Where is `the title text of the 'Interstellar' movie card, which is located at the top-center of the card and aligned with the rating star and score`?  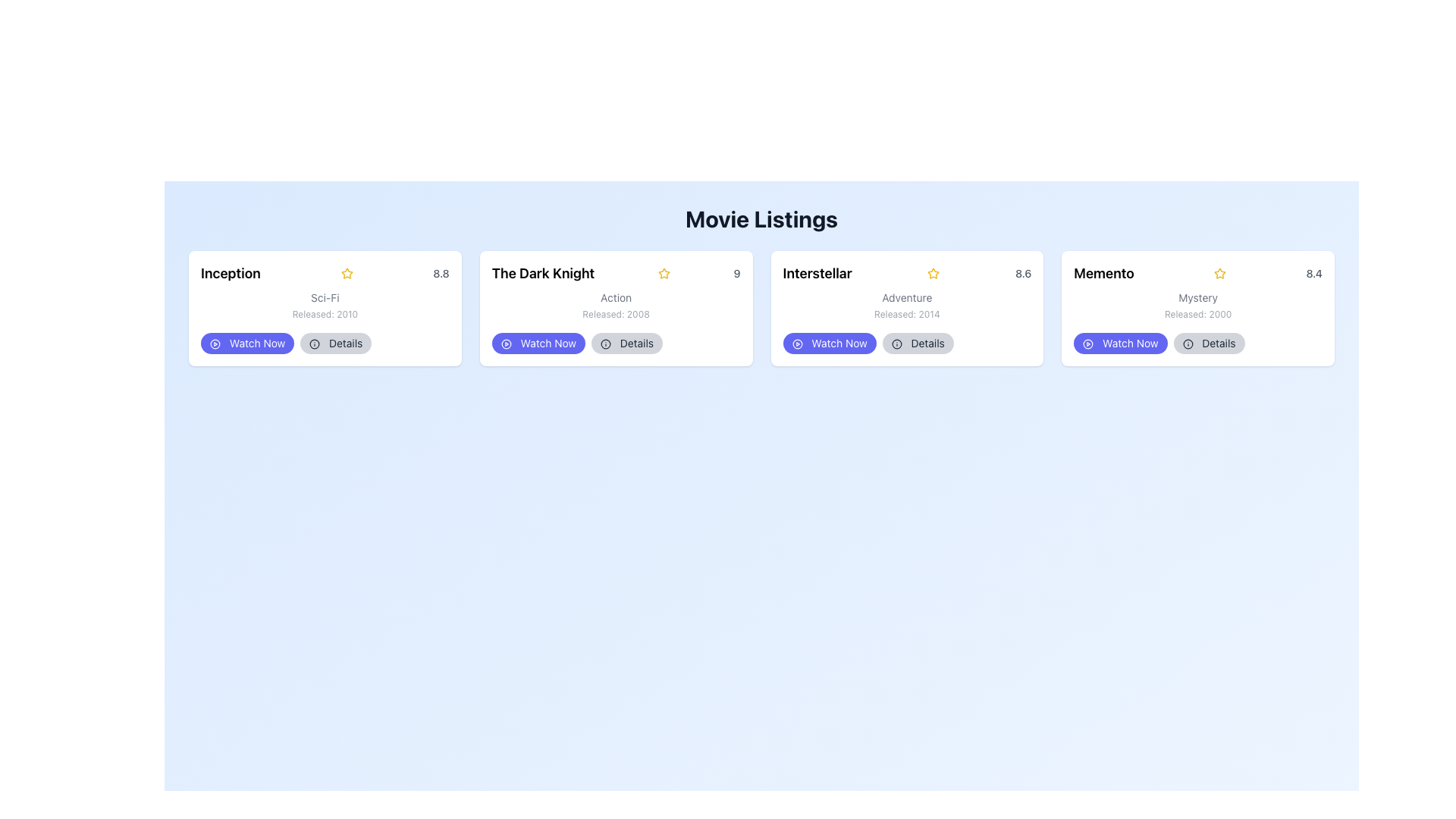 the title text of the 'Interstellar' movie card, which is located at the top-center of the card and aligned with the rating star and score is located at coordinates (817, 274).